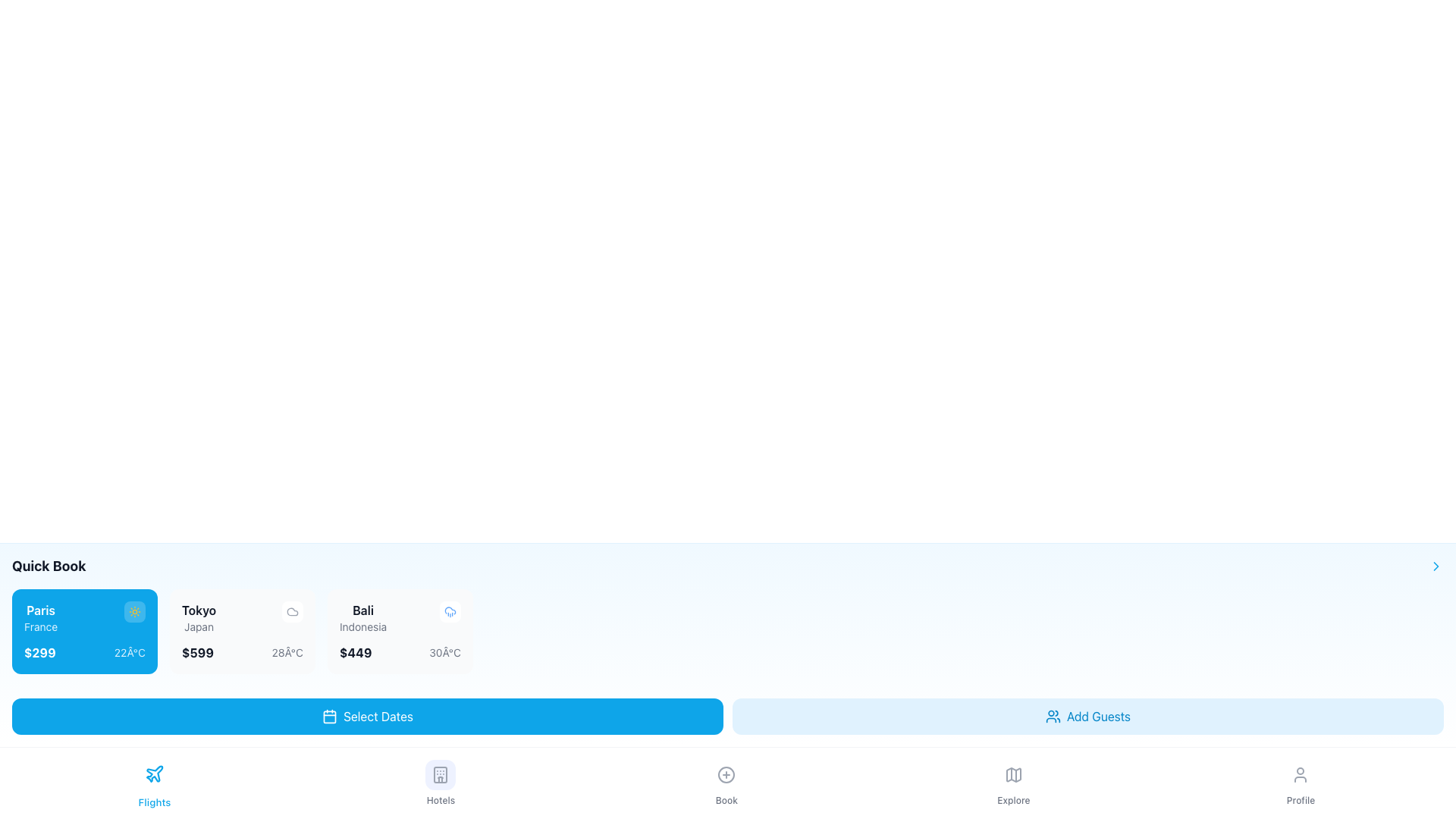  I want to click on the label identifying Tokyo, Japan as a destination in the Quick Book section, which is positioned between the labels for Paris, France and Bali, Indonesia, so click(198, 617).